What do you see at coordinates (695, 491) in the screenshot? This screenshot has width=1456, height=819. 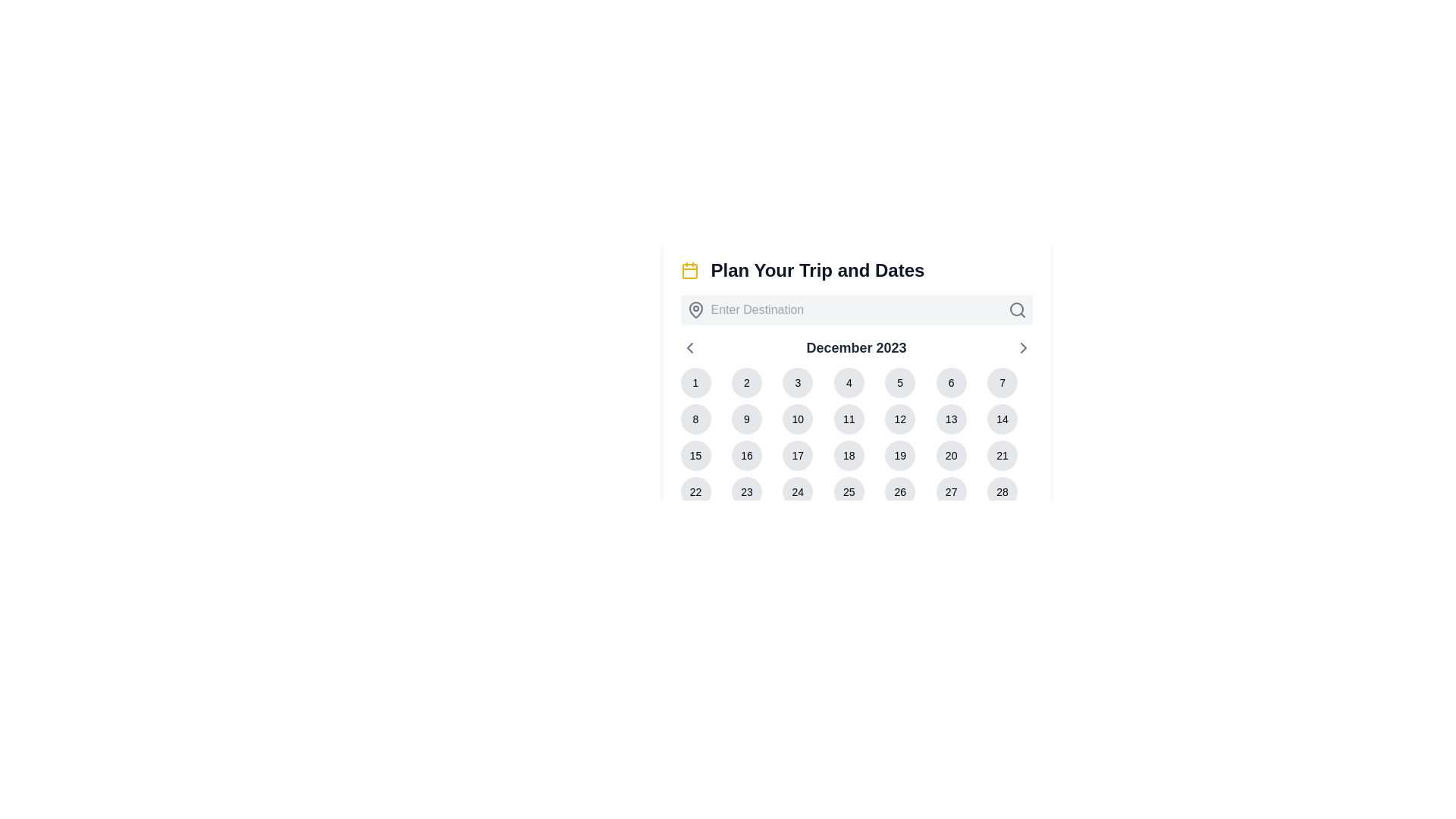 I see `the button representing a selectable date in the date-picker interface, located in the seventh row and first column of the grid layout` at bounding box center [695, 491].